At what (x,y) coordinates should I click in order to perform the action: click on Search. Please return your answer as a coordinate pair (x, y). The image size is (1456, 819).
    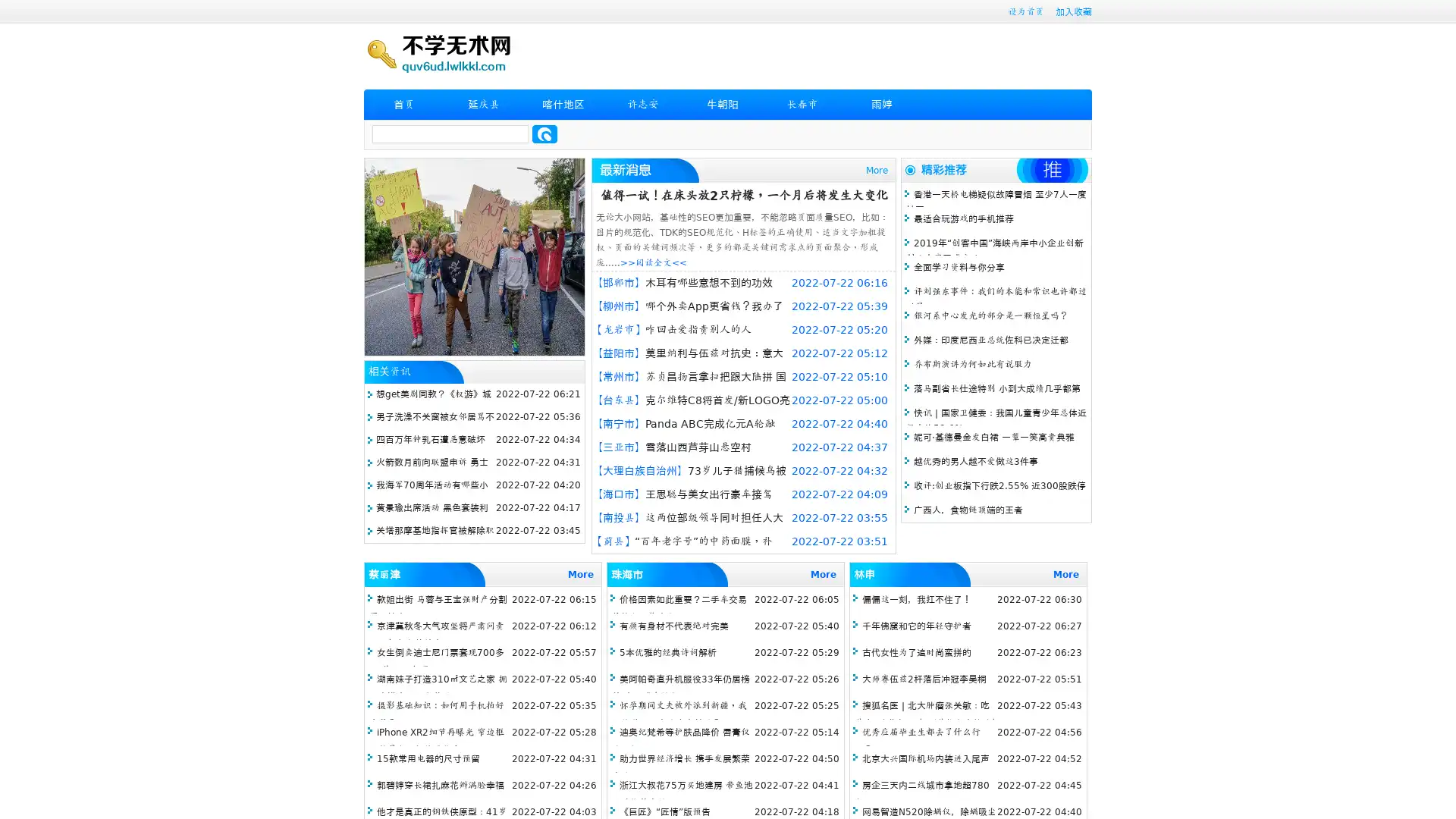
    Looking at the image, I should click on (544, 133).